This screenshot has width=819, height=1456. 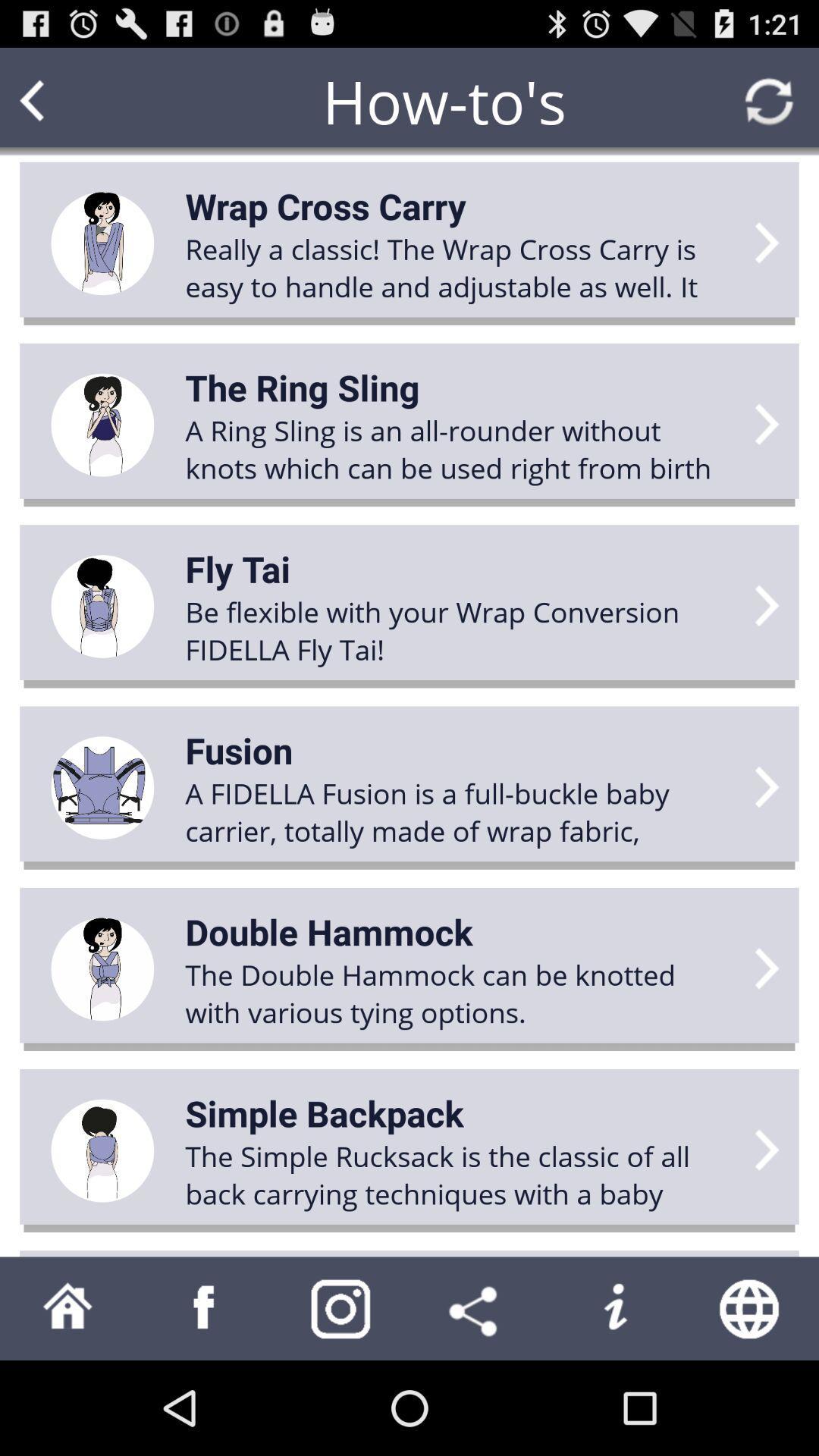 I want to click on the refresh icon, so click(x=769, y=108).